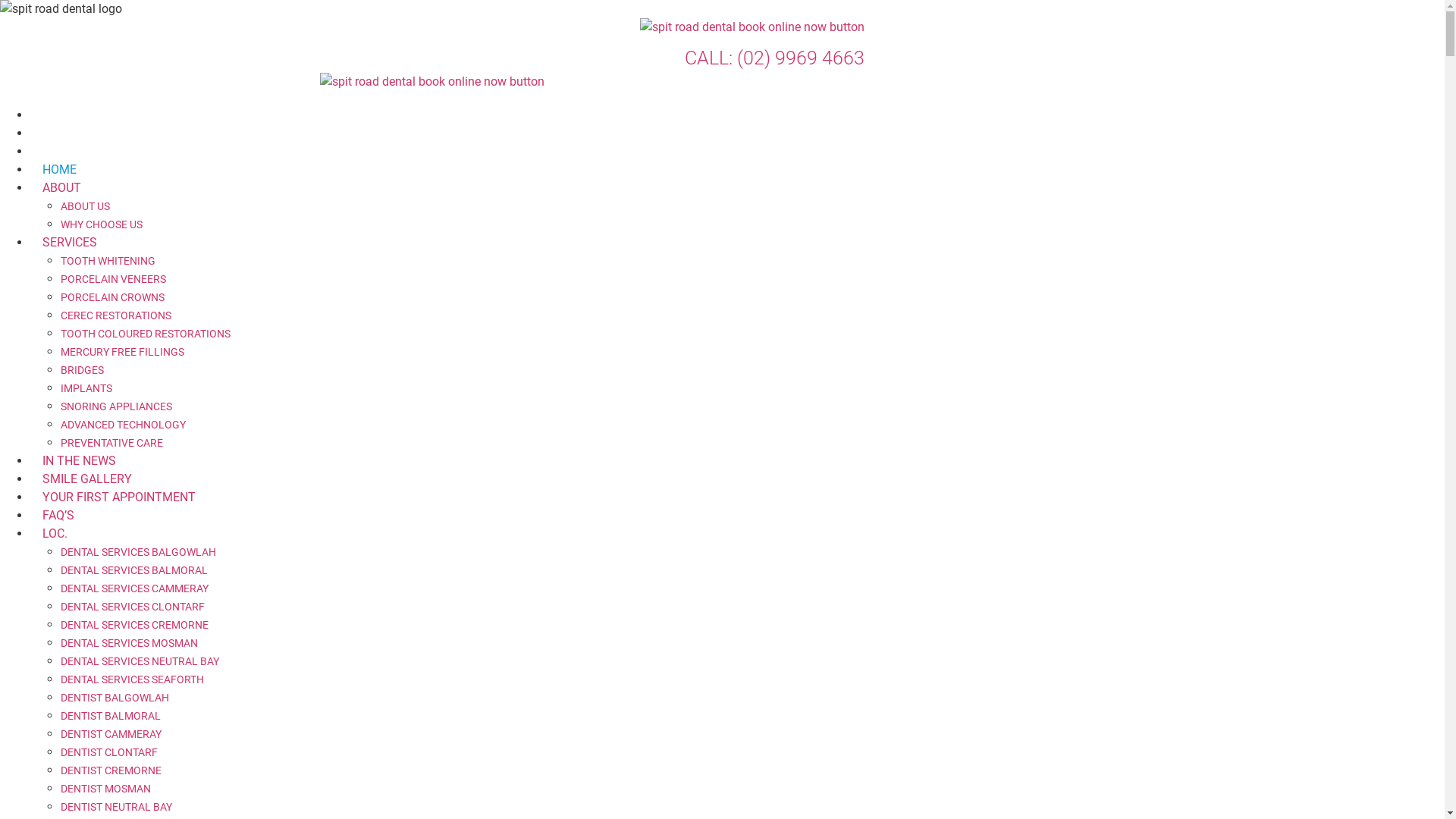 This screenshot has width=1456, height=819. I want to click on 'PREVENTATIVE CARE', so click(111, 442).